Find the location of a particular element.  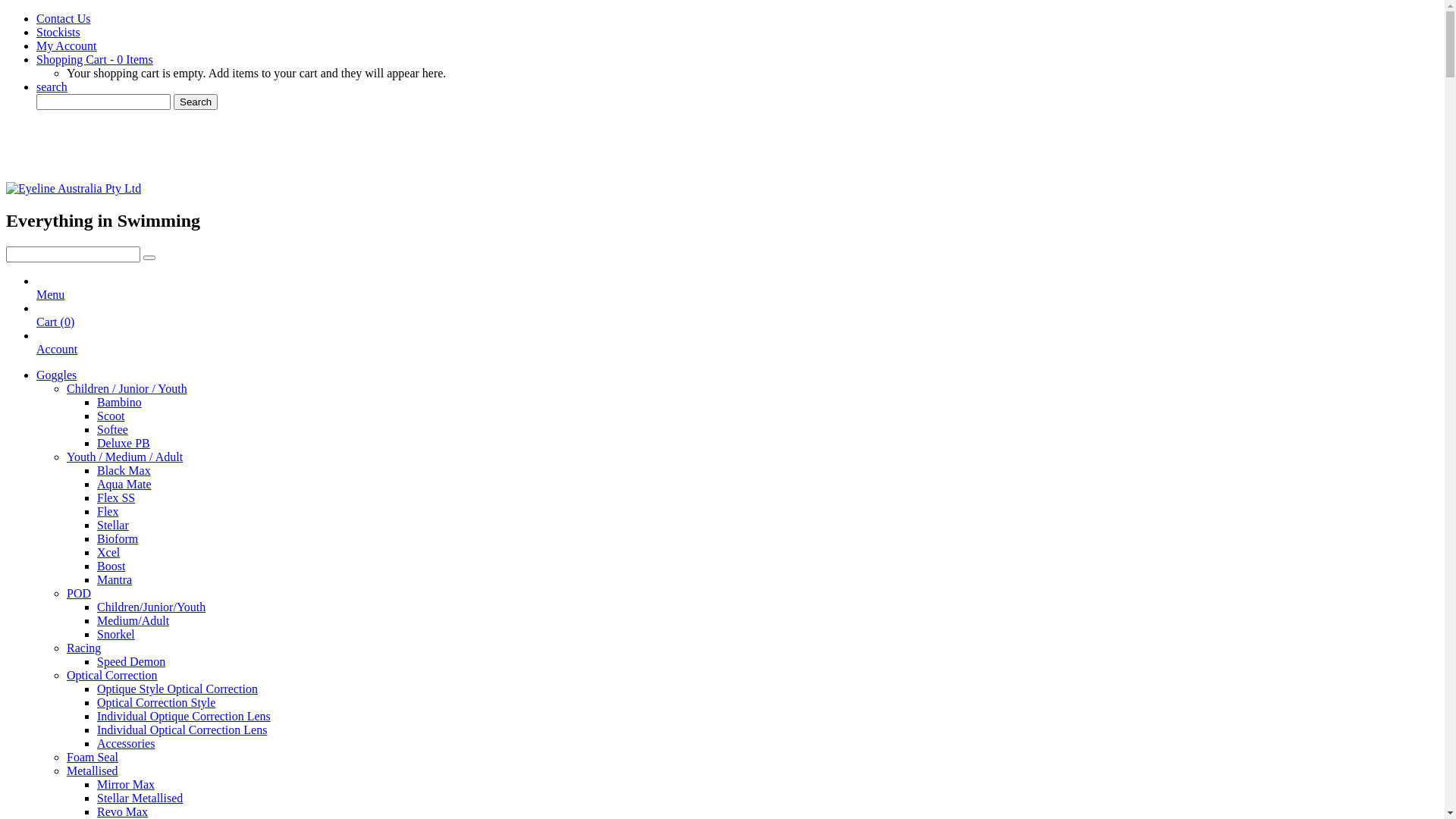

'Racing' is located at coordinates (83, 648).